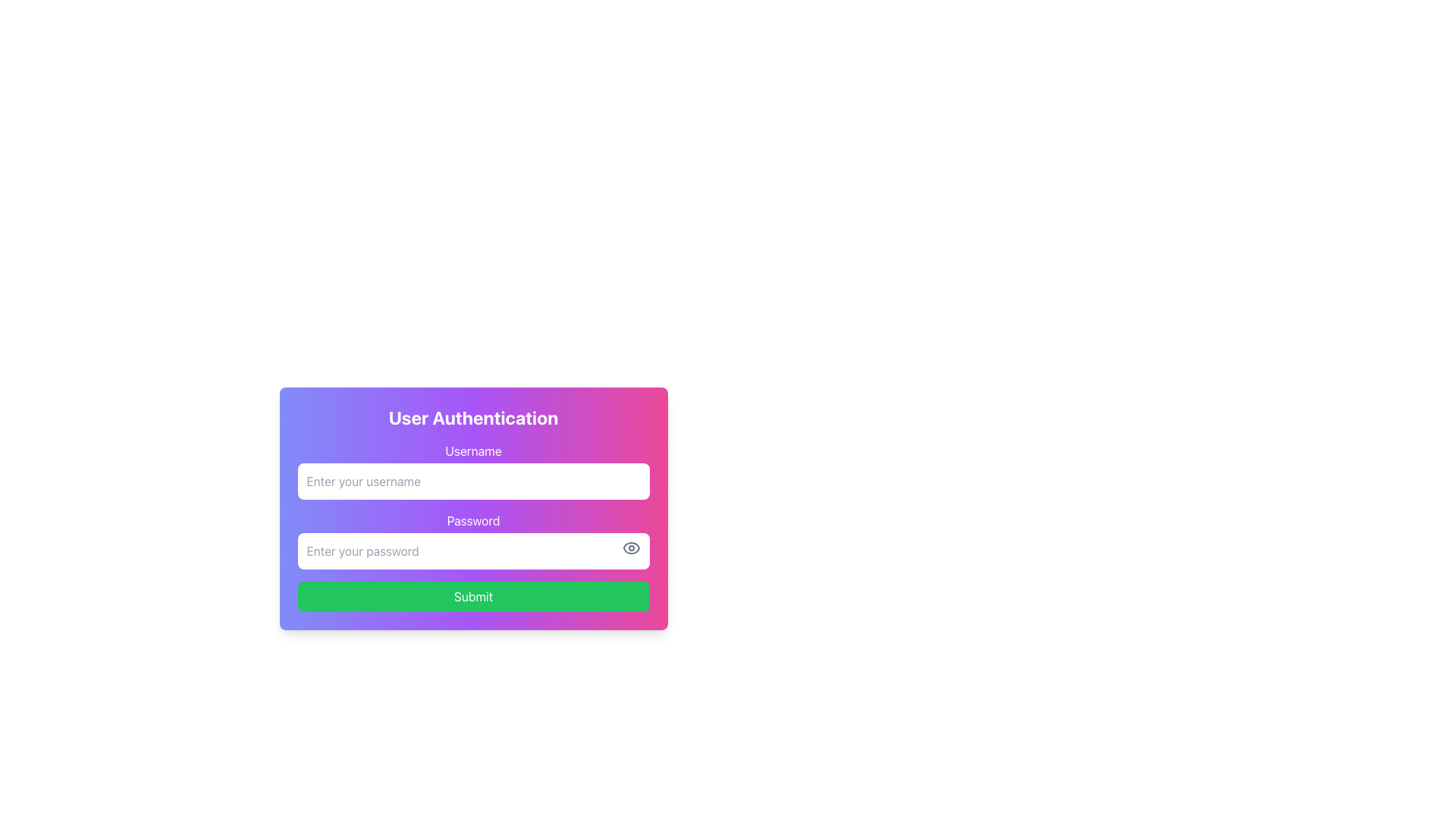  What do you see at coordinates (472, 450) in the screenshot?
I see `the Text Label that indicates the purpose of the username input field, positioned above the username input box in the top left quadrant of the main dialog box` at bounding box center [472, 450].